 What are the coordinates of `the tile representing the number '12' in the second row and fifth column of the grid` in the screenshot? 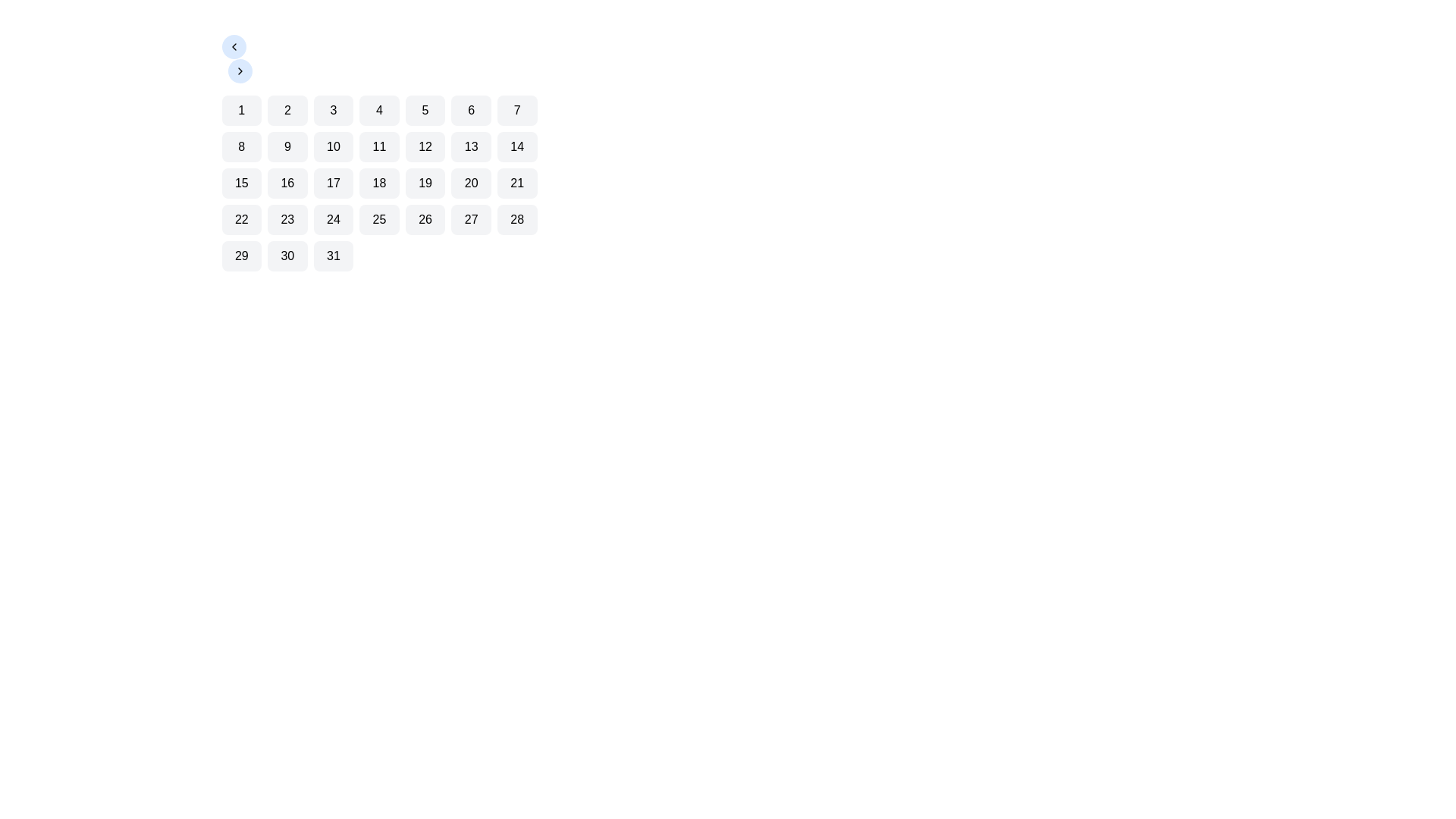 It's located at (425, 146).